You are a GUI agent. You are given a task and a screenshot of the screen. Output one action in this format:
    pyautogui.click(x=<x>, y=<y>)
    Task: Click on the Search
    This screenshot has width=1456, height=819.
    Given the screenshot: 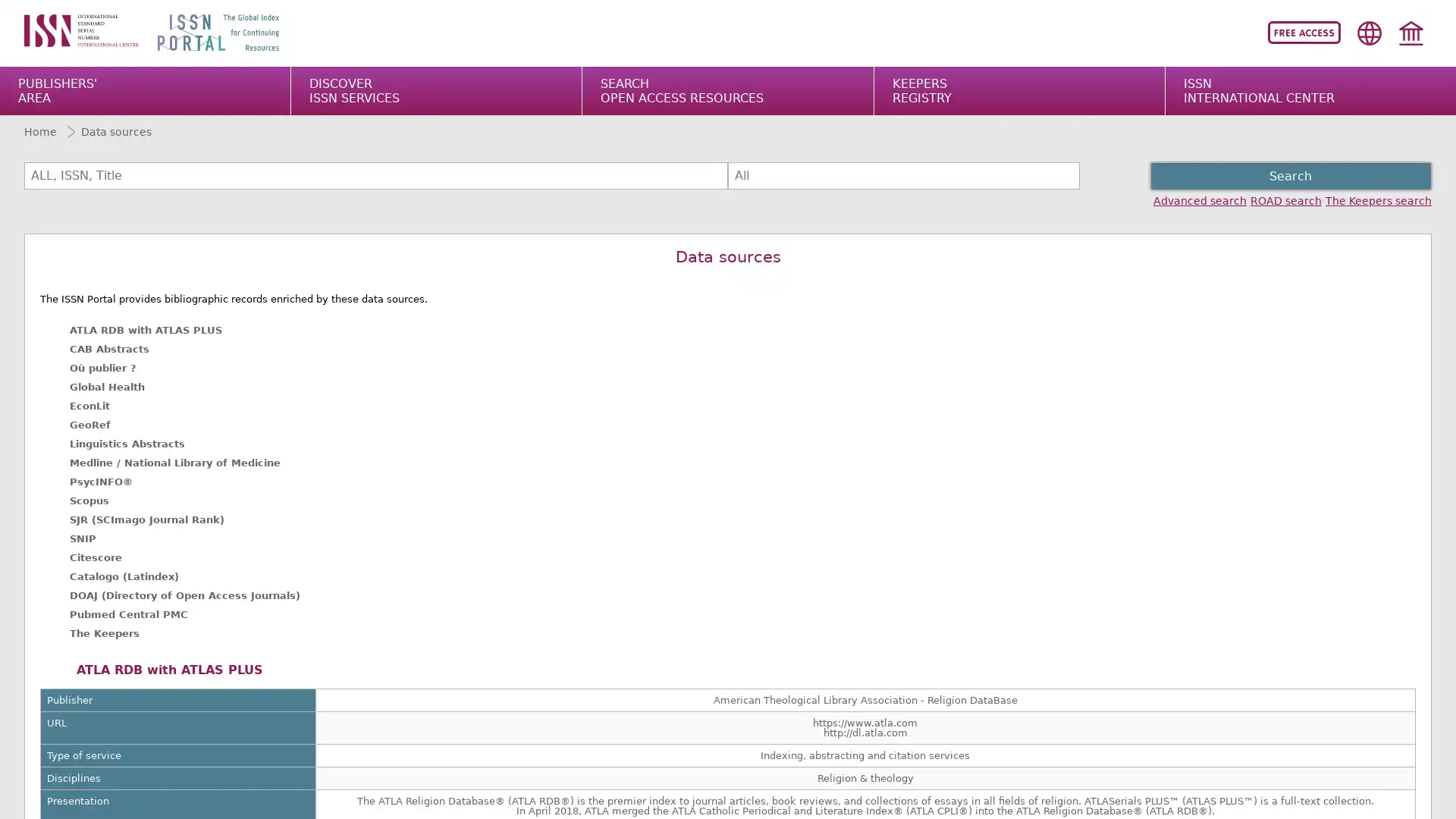 What is the action you would take?
    pyautogui.click(x=1290, y=174)
    